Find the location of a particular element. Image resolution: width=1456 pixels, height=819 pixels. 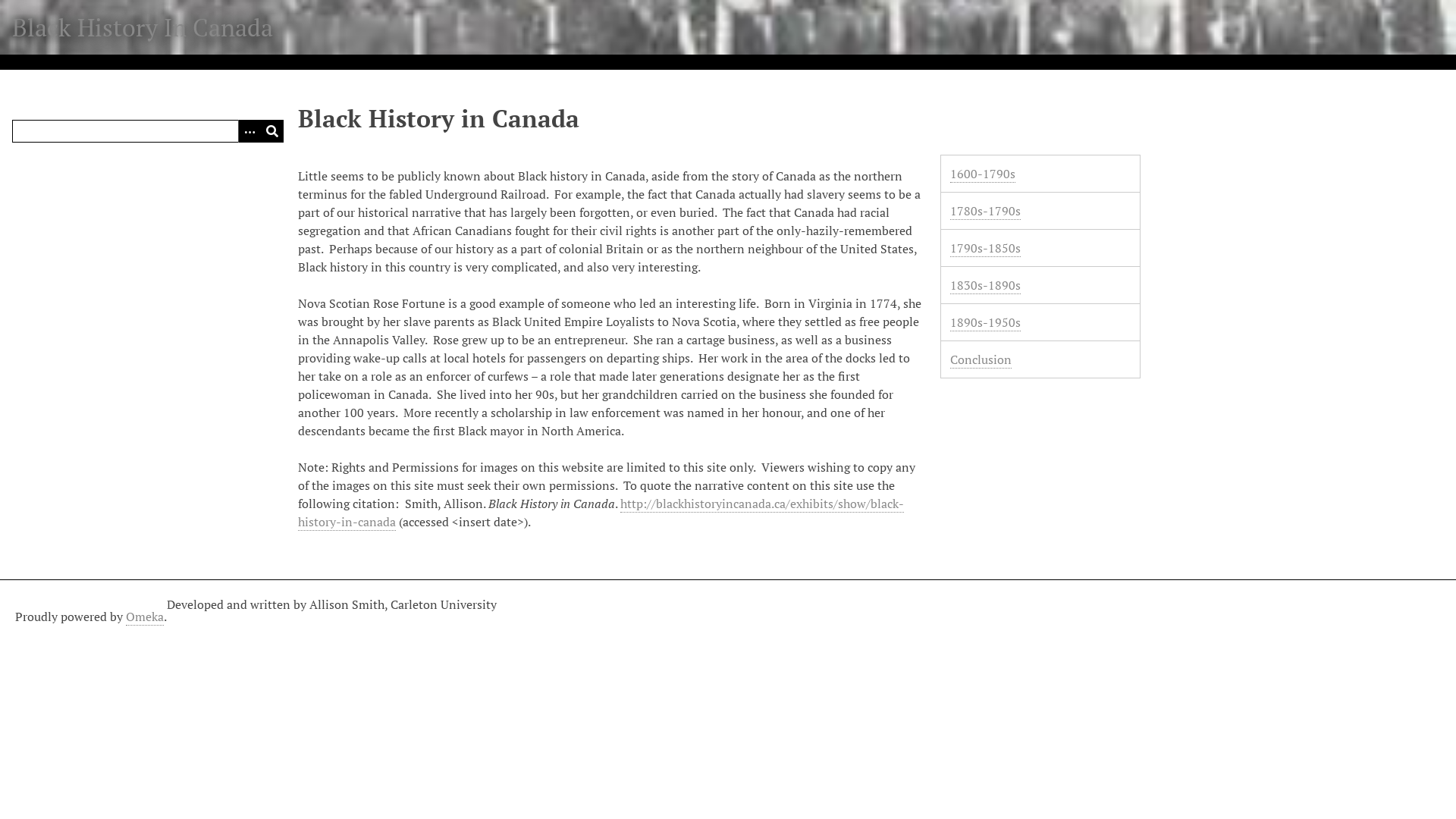

'1600-1790s' is located at coordinates (983, 173).